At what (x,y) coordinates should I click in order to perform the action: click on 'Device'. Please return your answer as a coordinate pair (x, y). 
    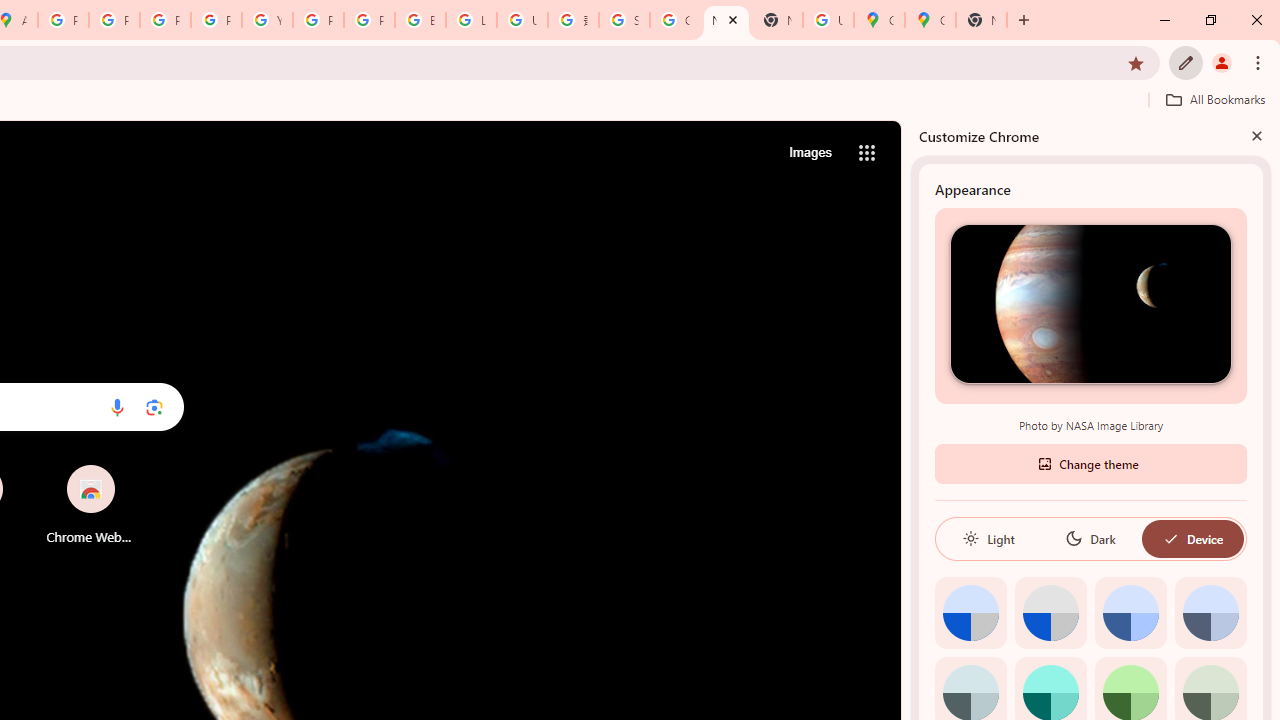
    Looking at the image, I should click on (1192, 537).